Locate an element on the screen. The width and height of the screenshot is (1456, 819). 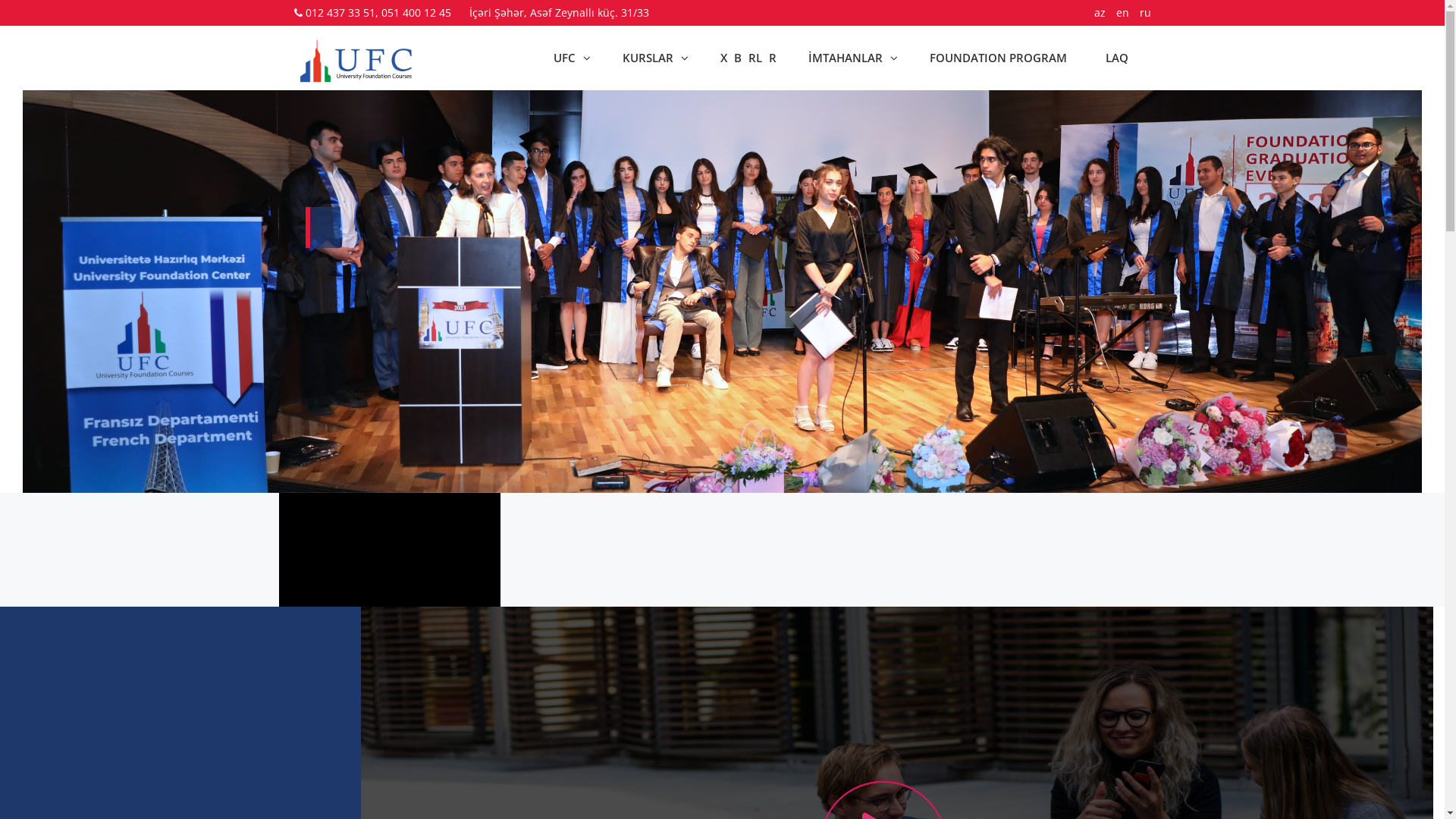
'012 437 33 51, 051 400 12 45' is located at coordinates (378, 12).